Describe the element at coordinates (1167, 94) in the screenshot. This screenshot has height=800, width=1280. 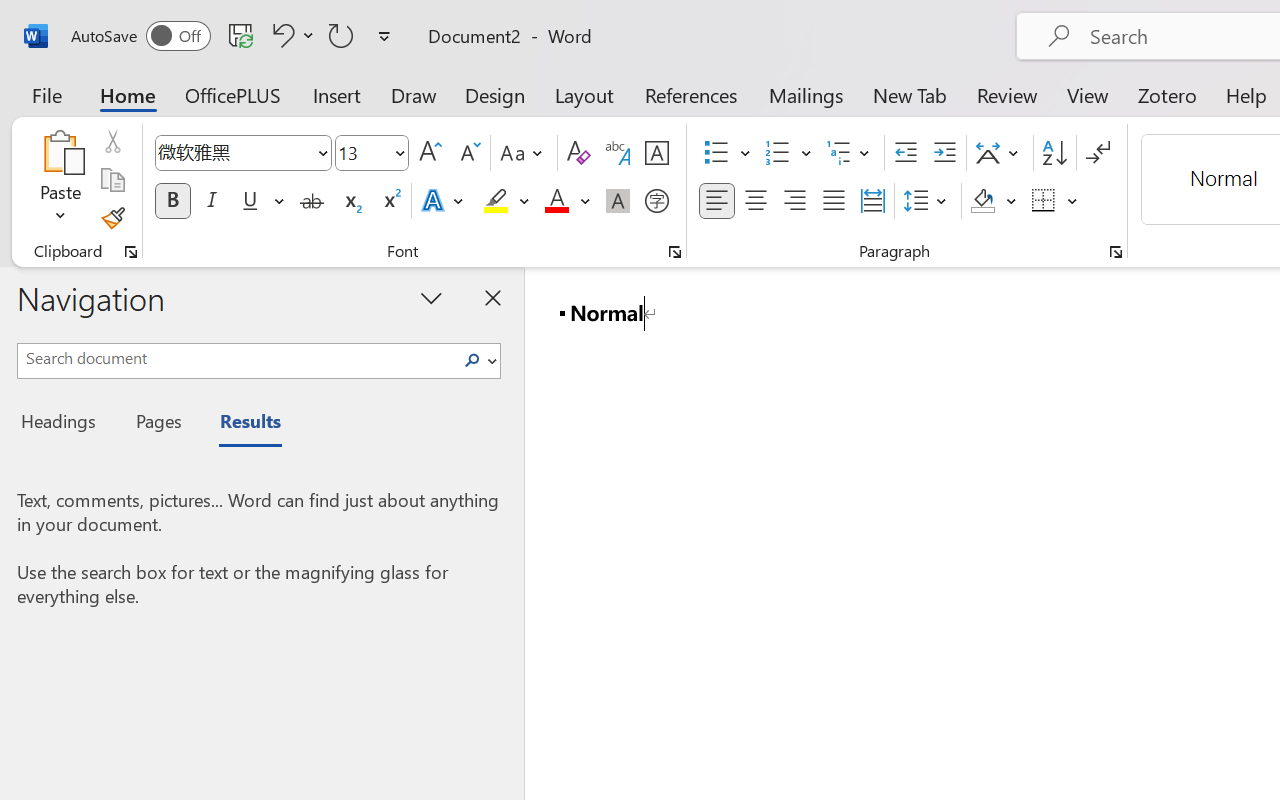
I see `'Zotero'` at that location.